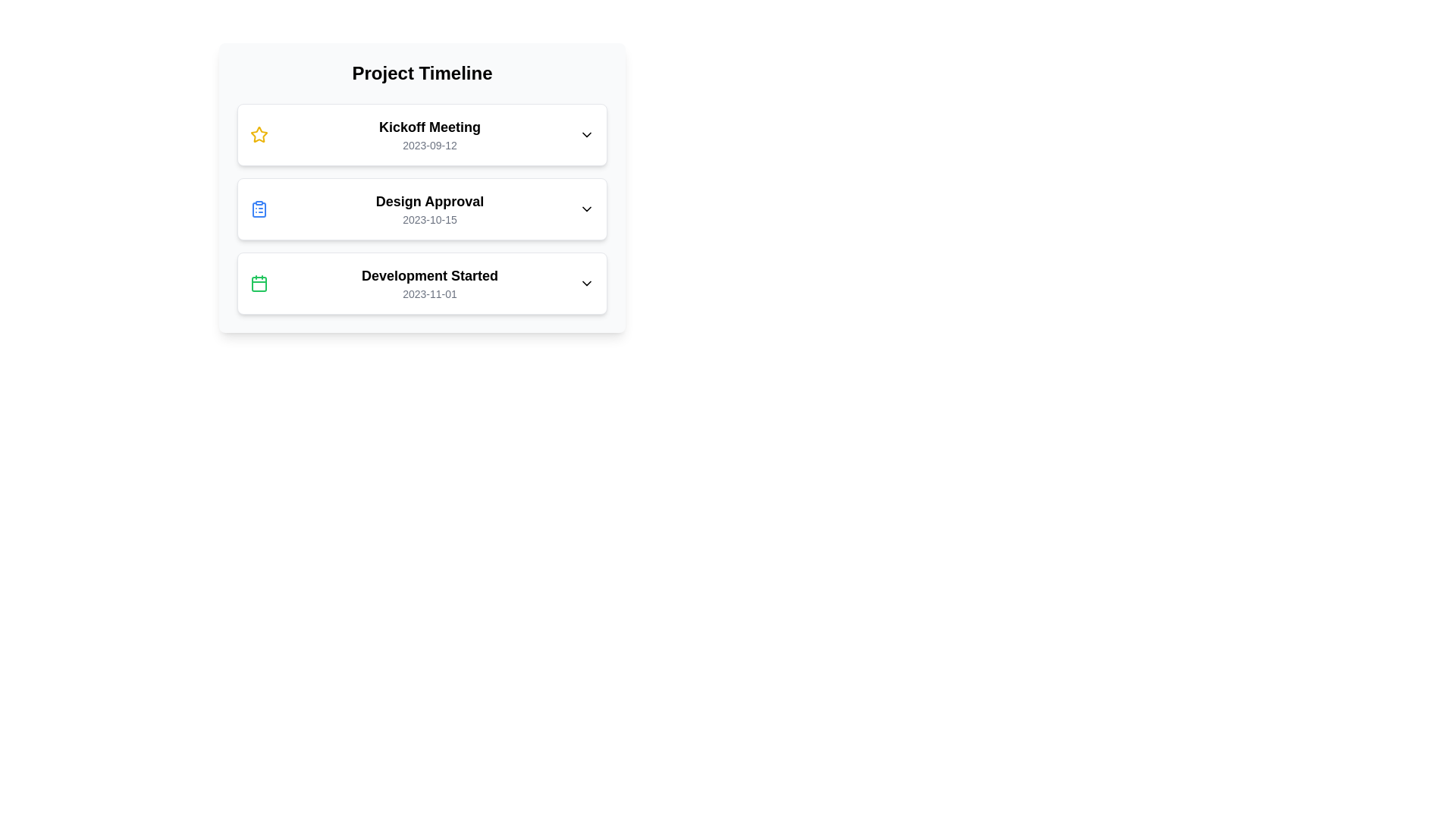 The width and height of the screenshot is (1456, 819). Describe the element at coordinates (428, 284) in the screenshot. I see `the Timeline entry that displays 'Development Started' in bold with the date '2023-11-01' below it, which is the third item in the vertical timeline layout` at that location.